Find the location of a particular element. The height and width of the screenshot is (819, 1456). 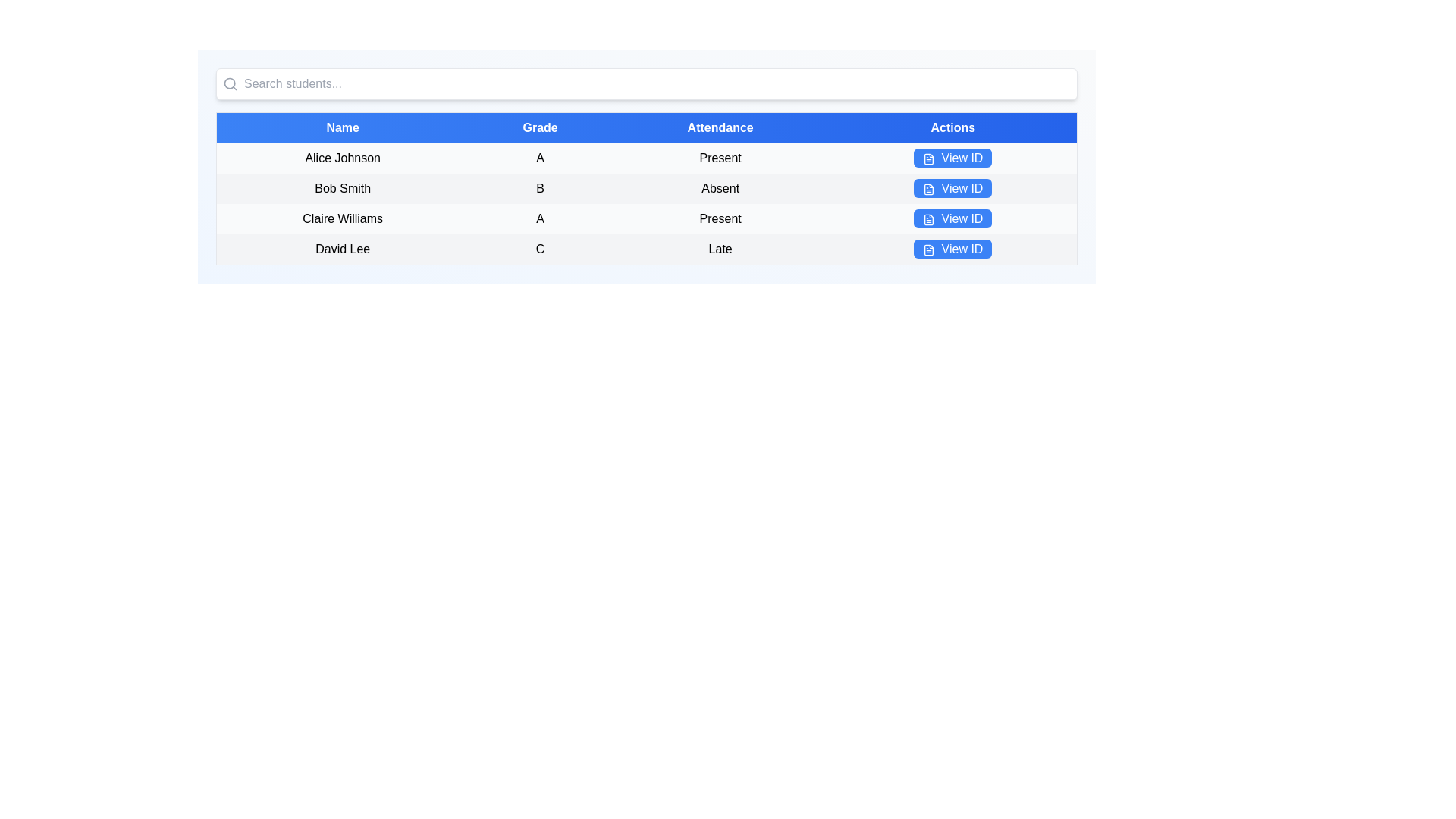

the blue 'View ID' button with a document file icon located in the fourth column under 'Actions' for 'Claire Williams' is located at coordinates (952, 219).